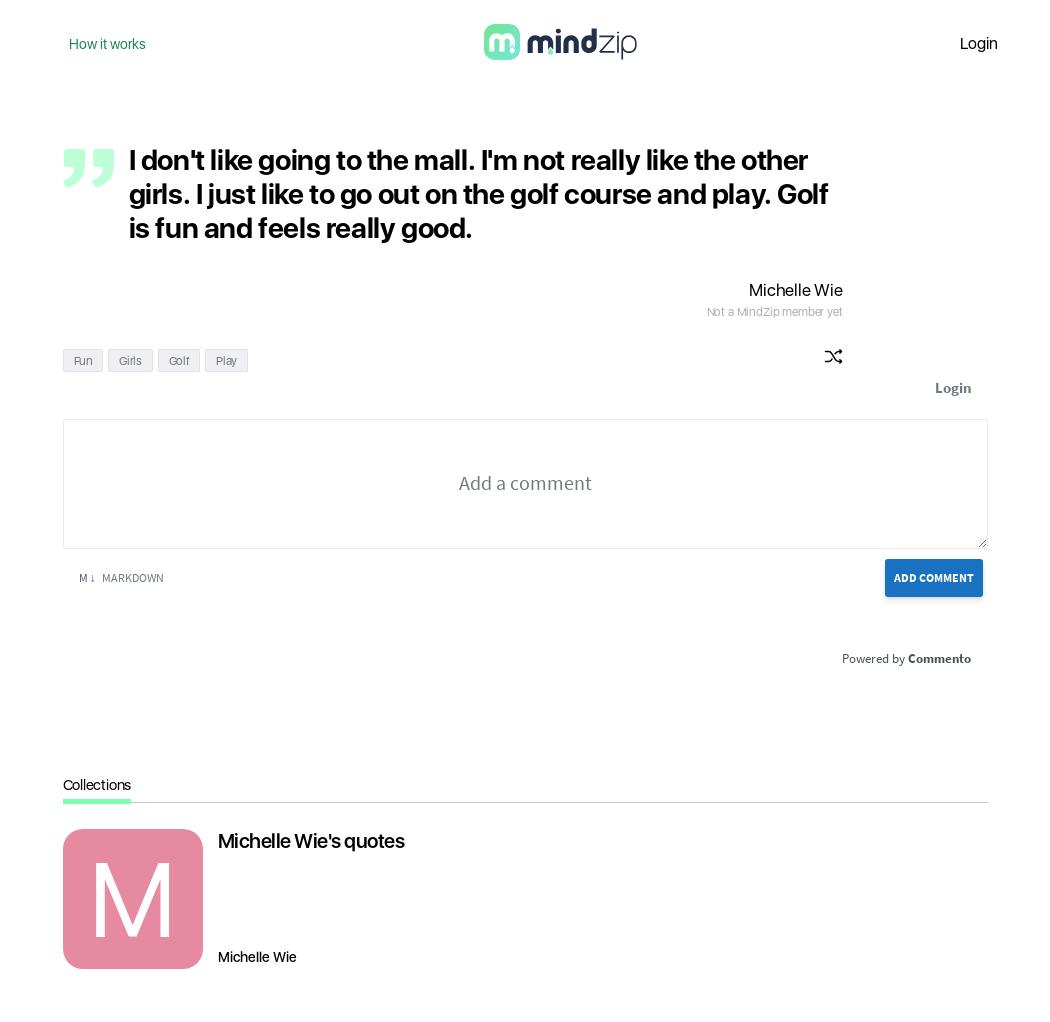  I want to click on 'Collections', so click(96, 784).